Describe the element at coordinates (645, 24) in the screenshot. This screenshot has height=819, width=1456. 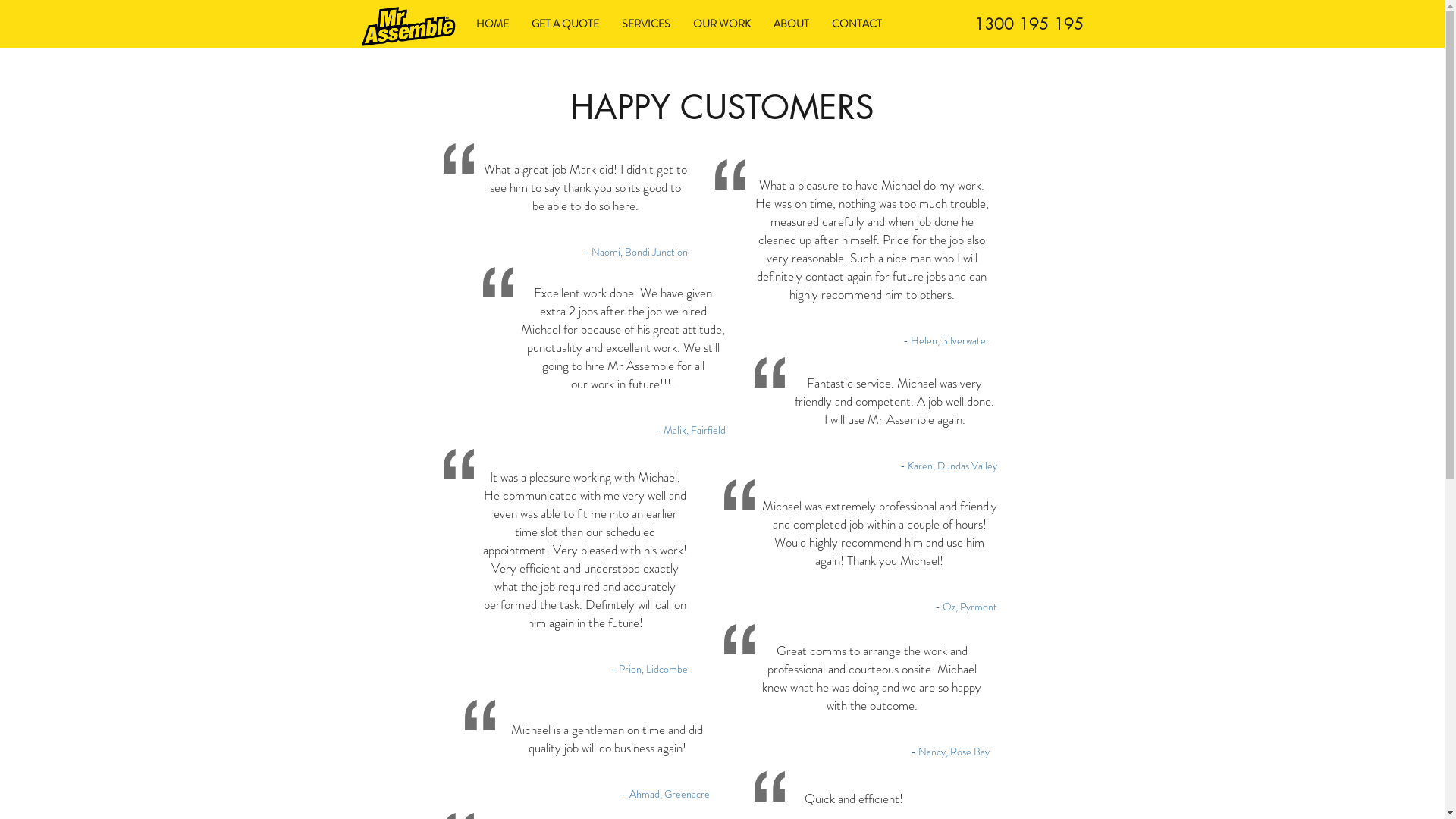
I see `'SERVICES'` at that location.